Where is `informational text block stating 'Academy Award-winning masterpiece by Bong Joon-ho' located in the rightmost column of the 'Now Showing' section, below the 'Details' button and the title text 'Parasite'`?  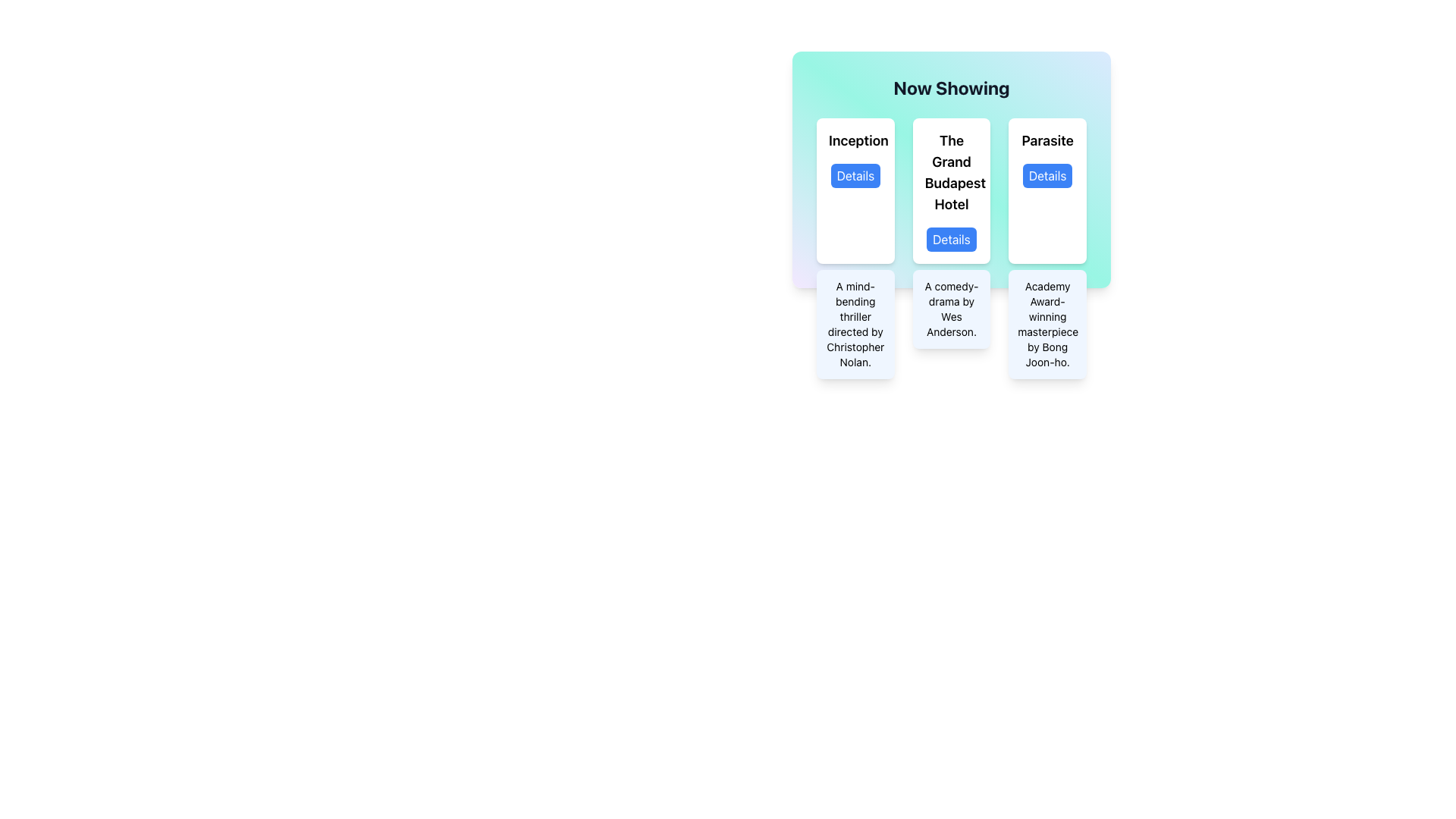 informational text block stating 'Academy Award-winning masterpiece by Bong Joon-ho' located in the rightmost column of the 'Now Showing' section, below the 'Details' button and the title text 'Parasite' is located at coordinates (1046, 324).